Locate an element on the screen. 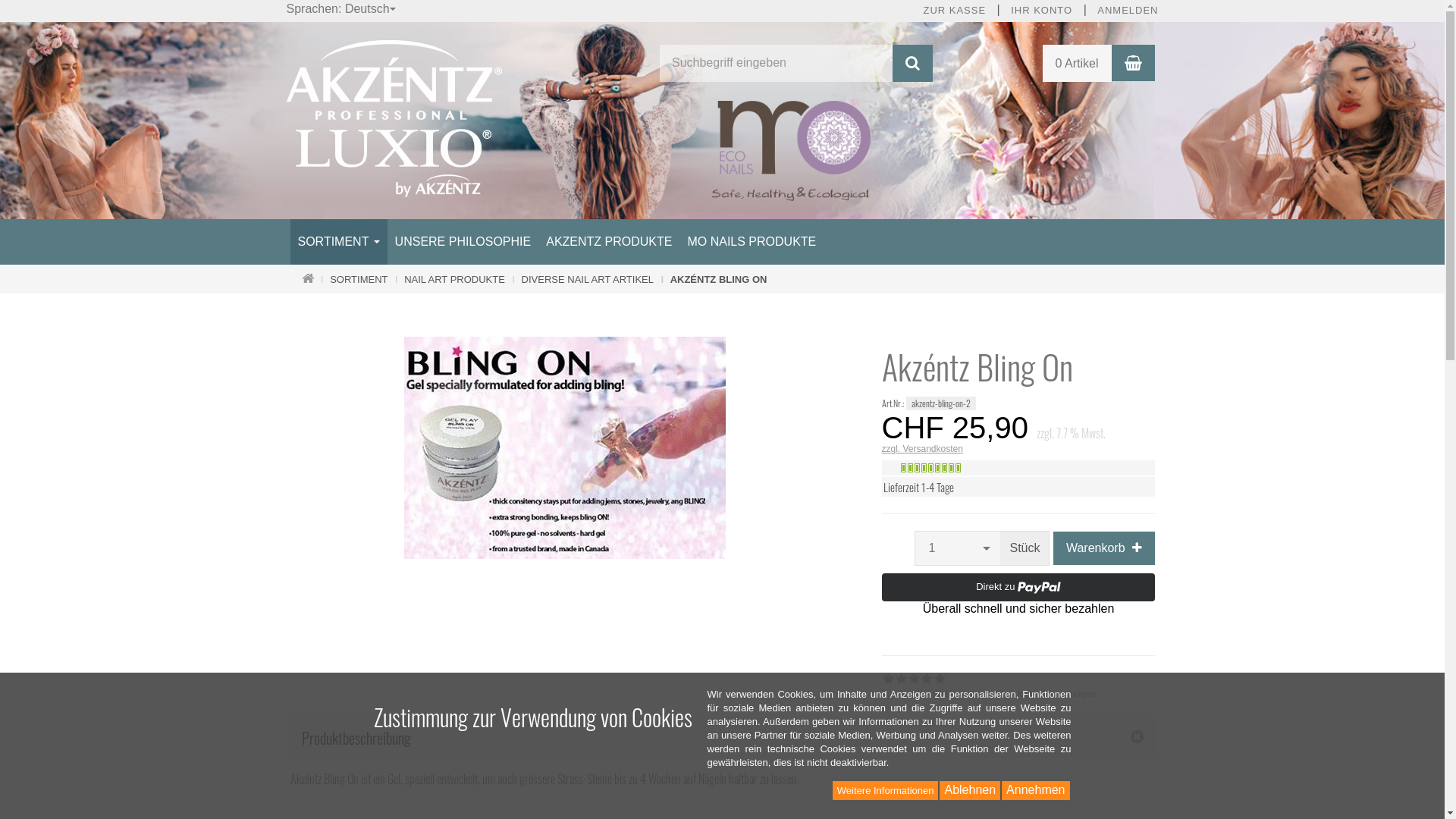 The width and height of the screenshot is (1456, 819). ' ' is located at coordinates (882, 323).